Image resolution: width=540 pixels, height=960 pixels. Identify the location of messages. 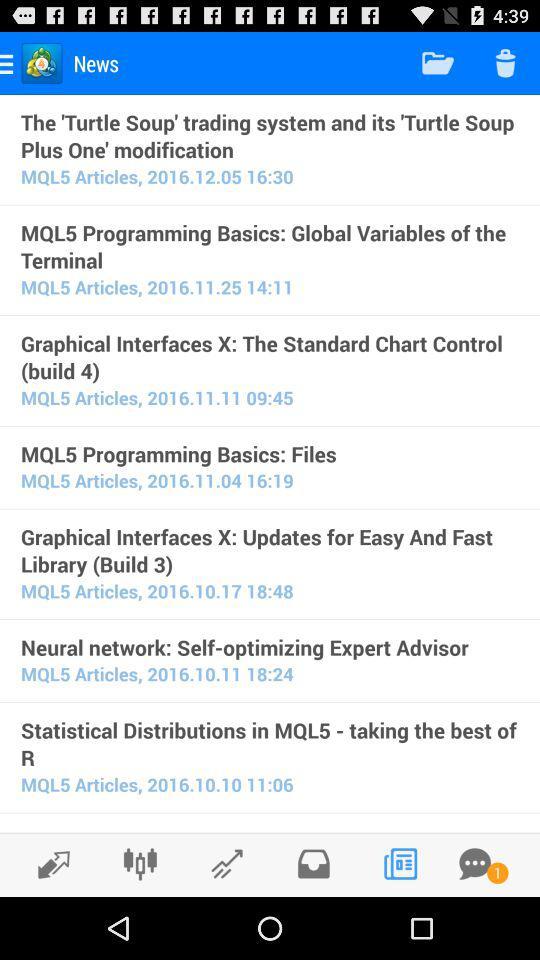
(474, 863).